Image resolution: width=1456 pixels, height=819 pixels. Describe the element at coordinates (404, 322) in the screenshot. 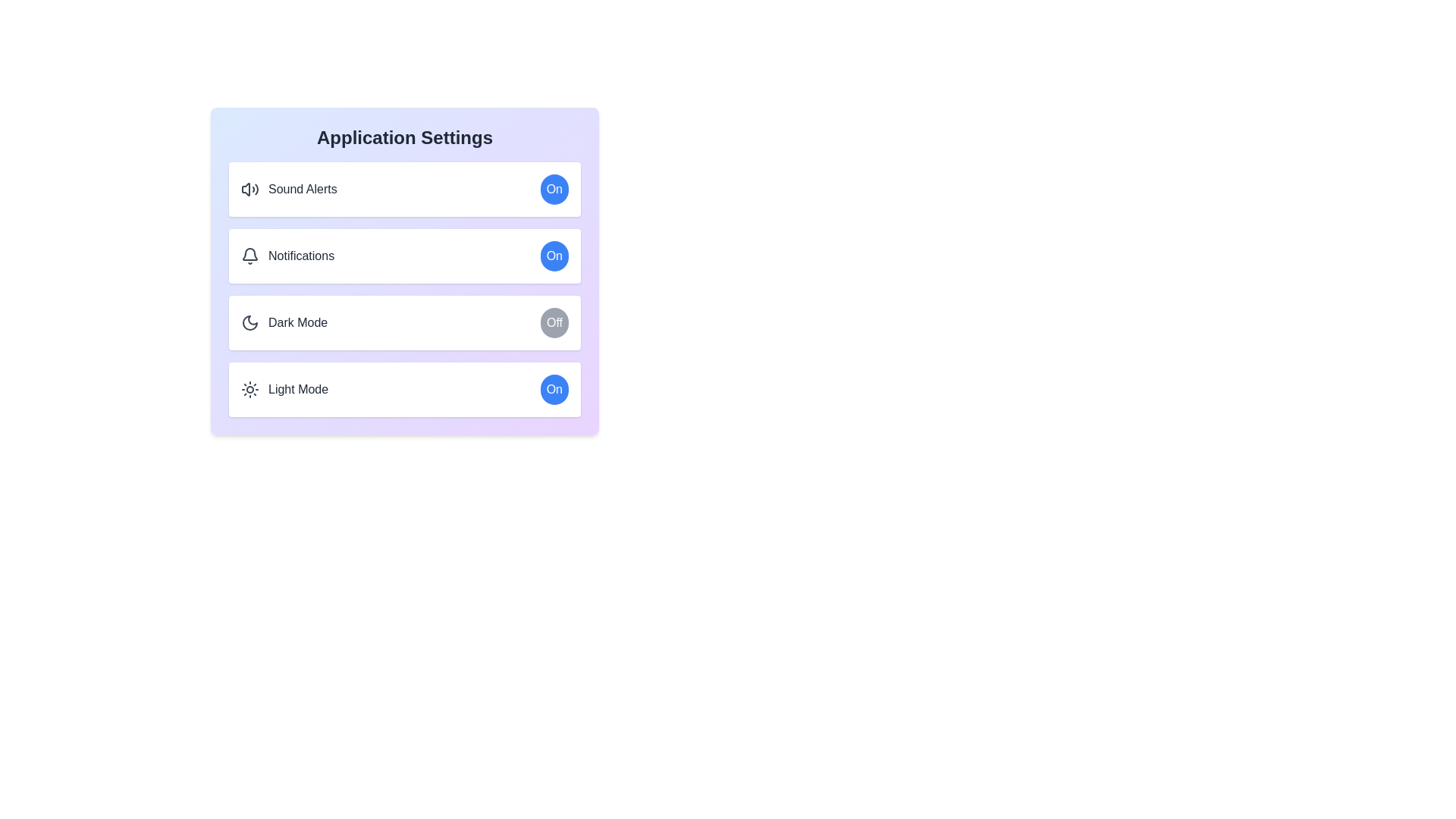

I see `the 'Dark Mode' toggle switch located under 'Application Settings' to change its state from 'Off' to 'On'` at that location.